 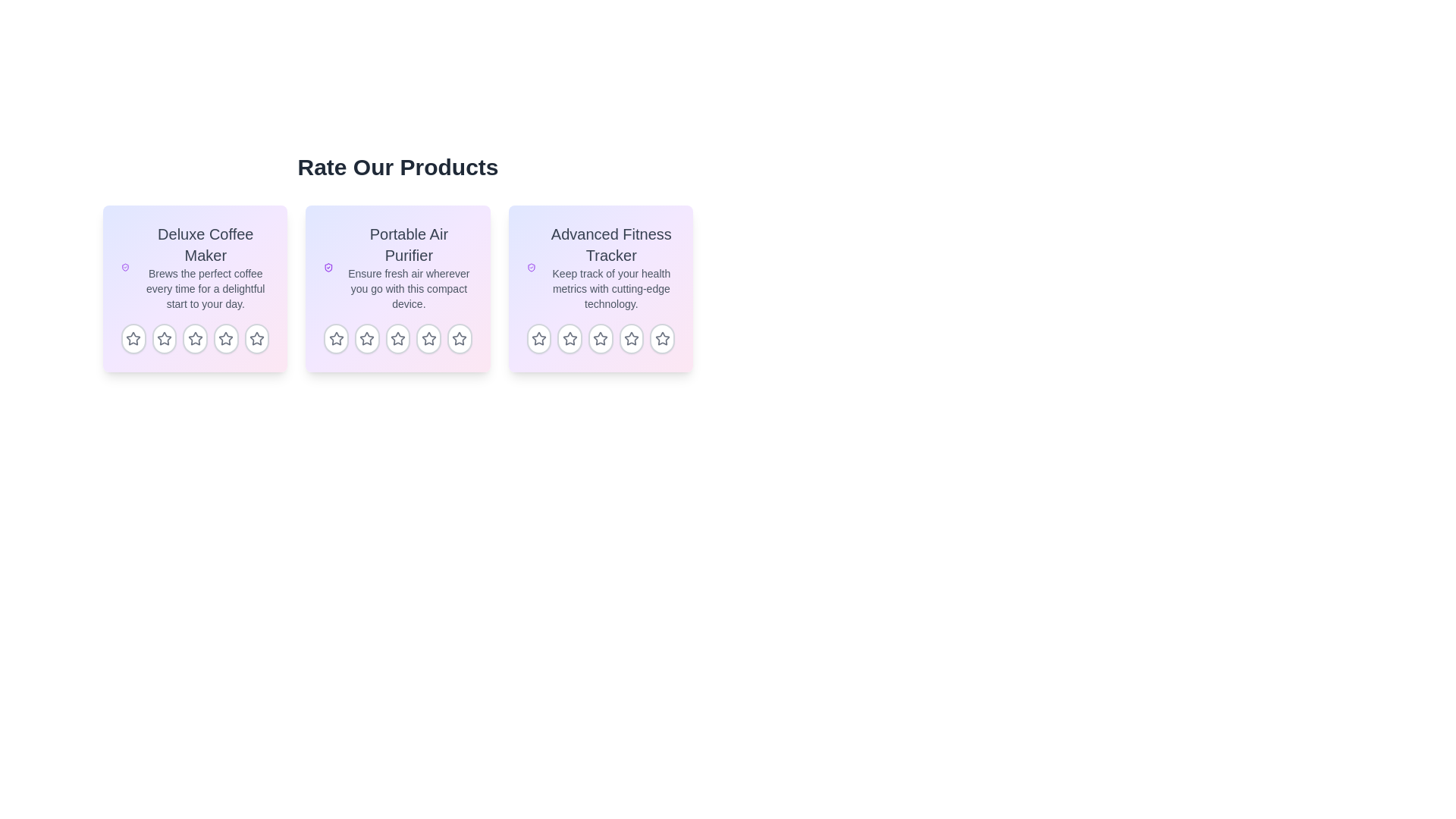 What do you see at coordinates (409, 267) in the screenshot?
I see `the textual display element that provides the title and summary for the Portable Air Purifier, located between the 'Deluxe Coffee Maker' and 'Advanced Fitness Tracker' cards` at bounding box center [409, 267].